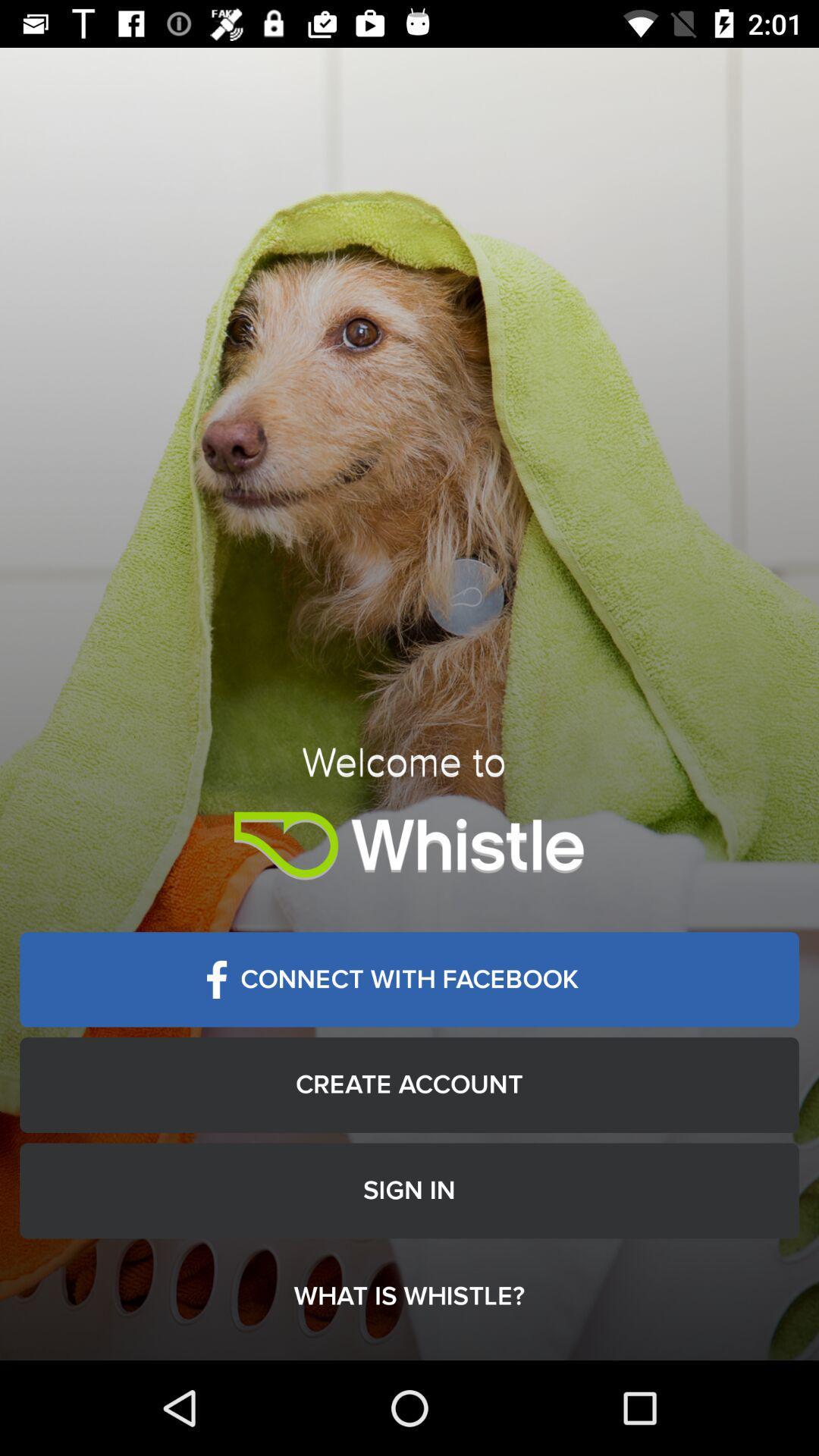 The image size is (819, 1456). What do you see at coordinates (409, 1190) in the screenshot?
I see `the item below the create account` at bounding box center [409, 1190].